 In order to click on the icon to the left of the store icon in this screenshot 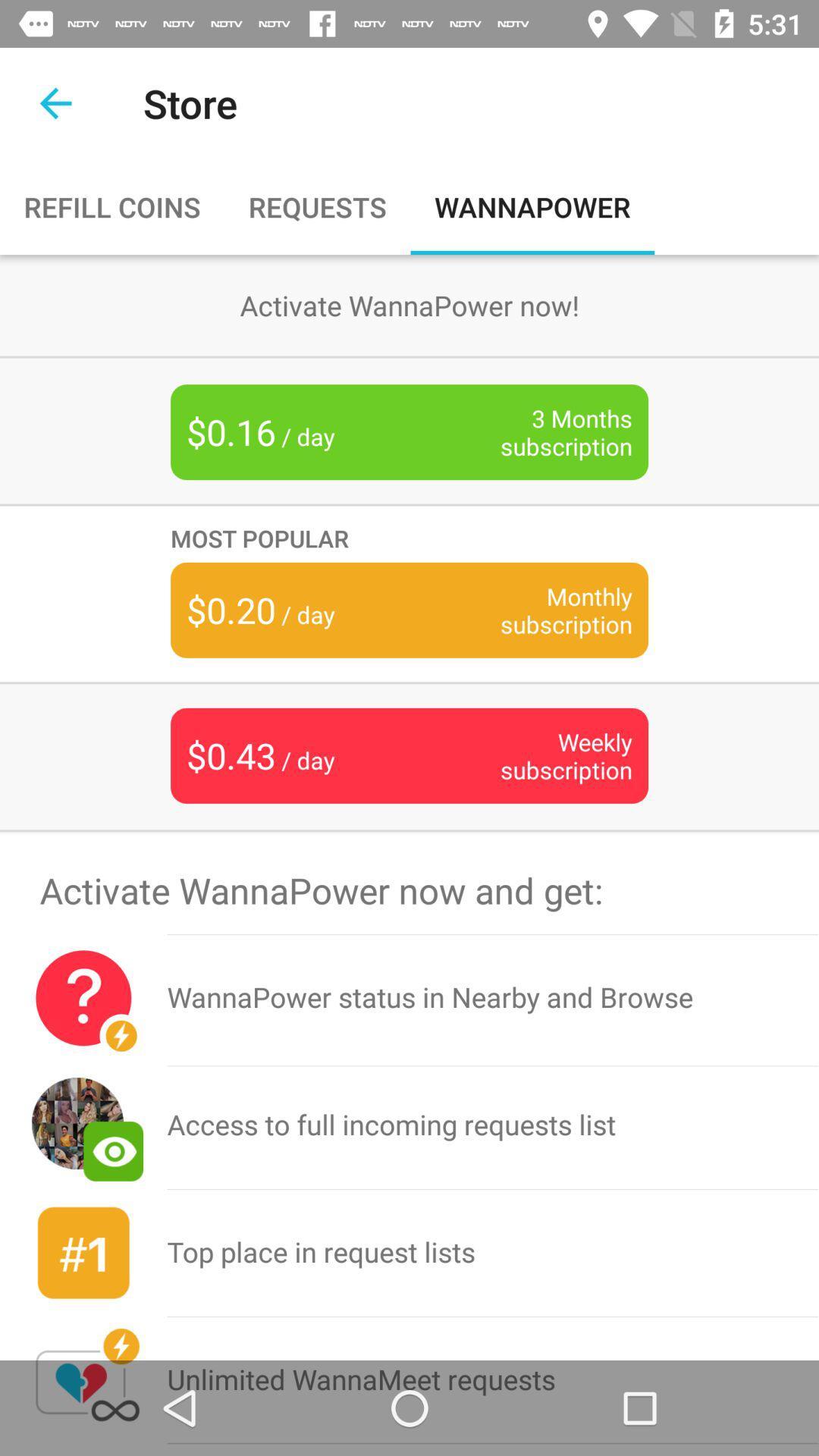, I will do `click(55, 102)`.